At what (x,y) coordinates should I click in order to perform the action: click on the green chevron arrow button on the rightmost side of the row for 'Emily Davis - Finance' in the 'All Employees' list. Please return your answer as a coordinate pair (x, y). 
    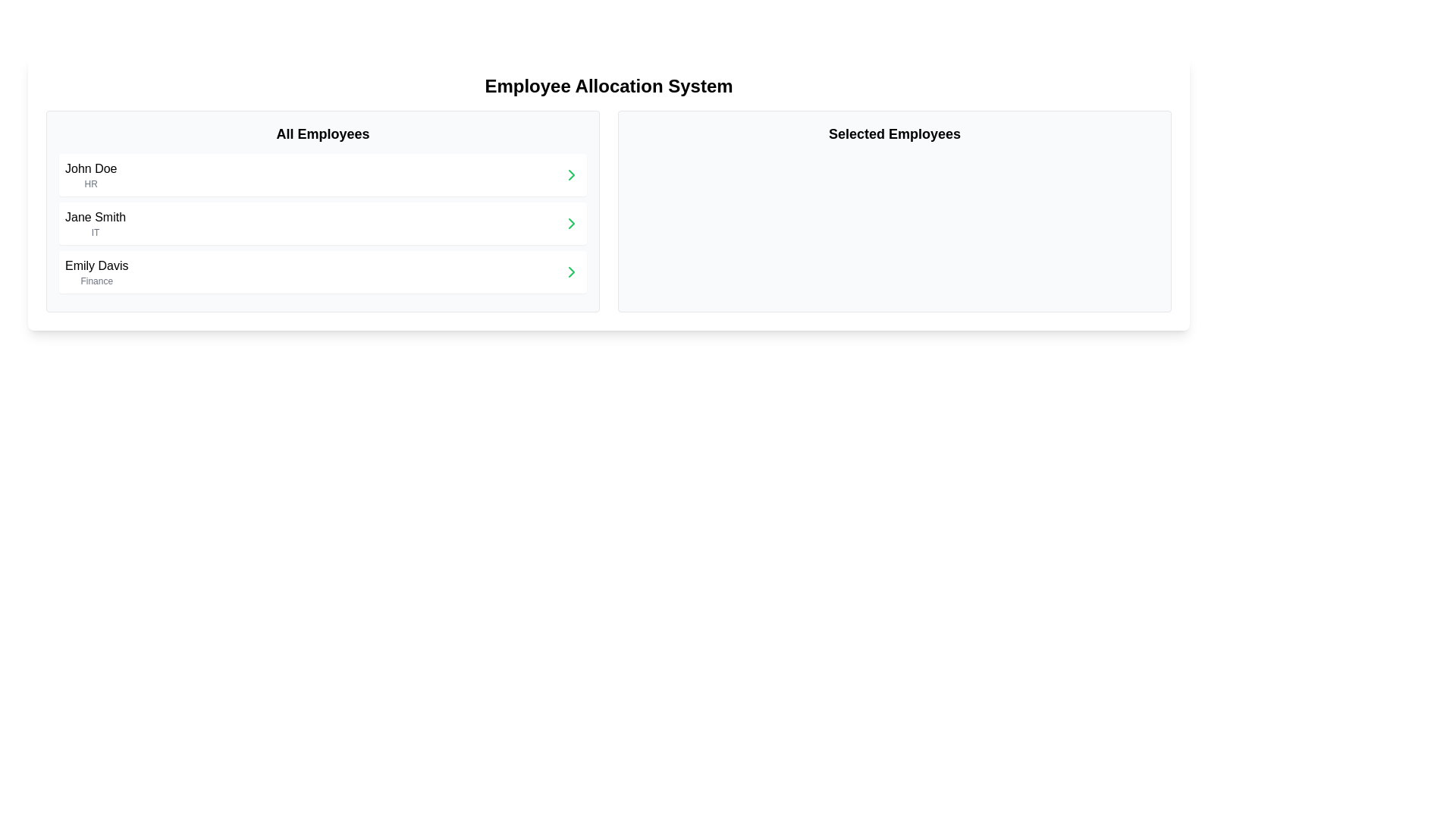
    Looking at the image, I should click on (570, 271).